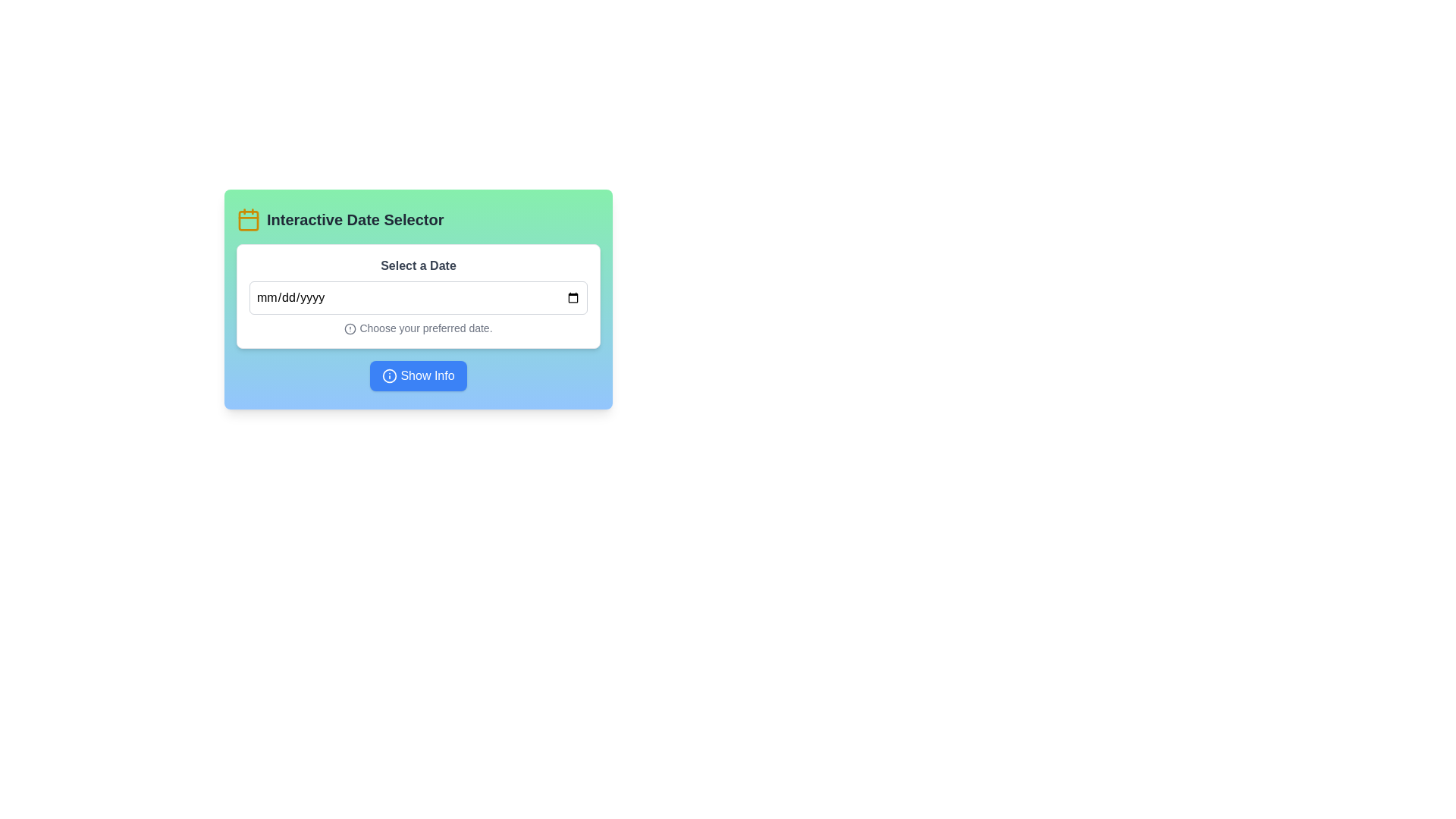 This screenshot has height=819, width=1456. What do you see at coordinates (390, 375) in the screenshot?
I see `the indicative icon located to the left of the 'Show Info' button at the bottom center of the interface` at bounding box center [390, 375].